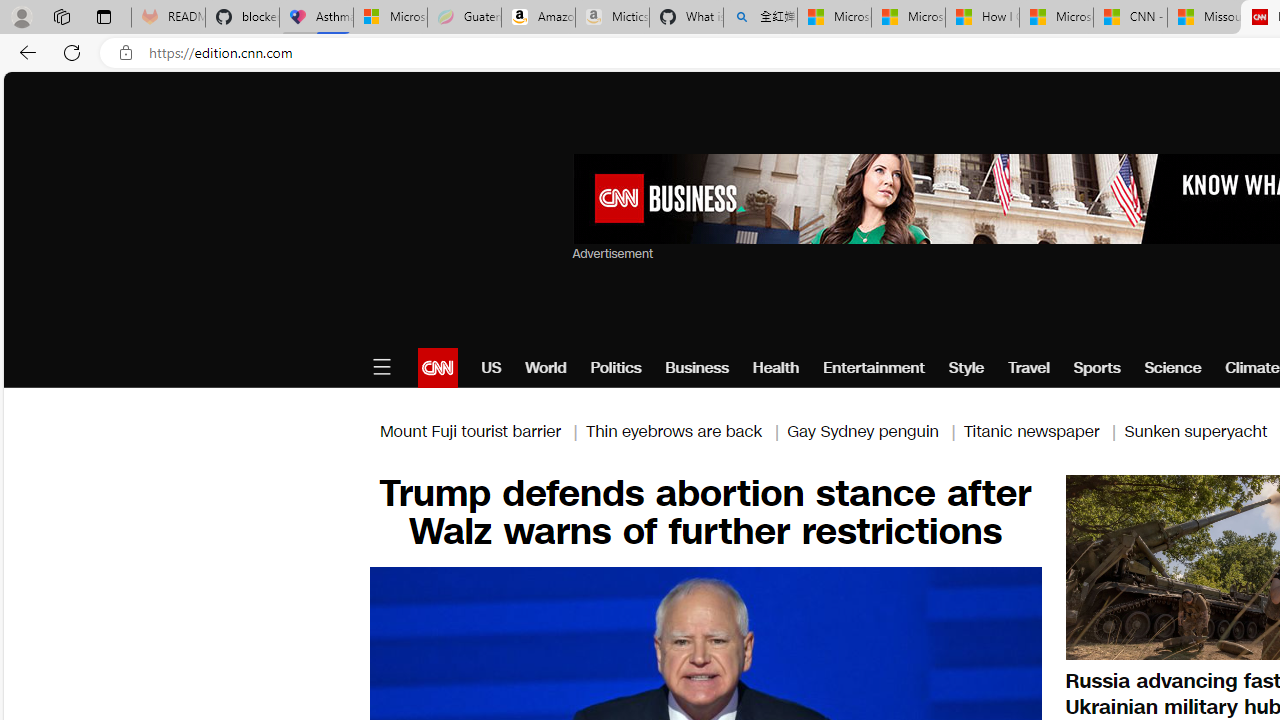 This screenshot has height=720, width=1280. Describe the element at coordinates (982, 17) in the screenshot. I see `'How I Got Rid of Microsoft Edge'` at that location.